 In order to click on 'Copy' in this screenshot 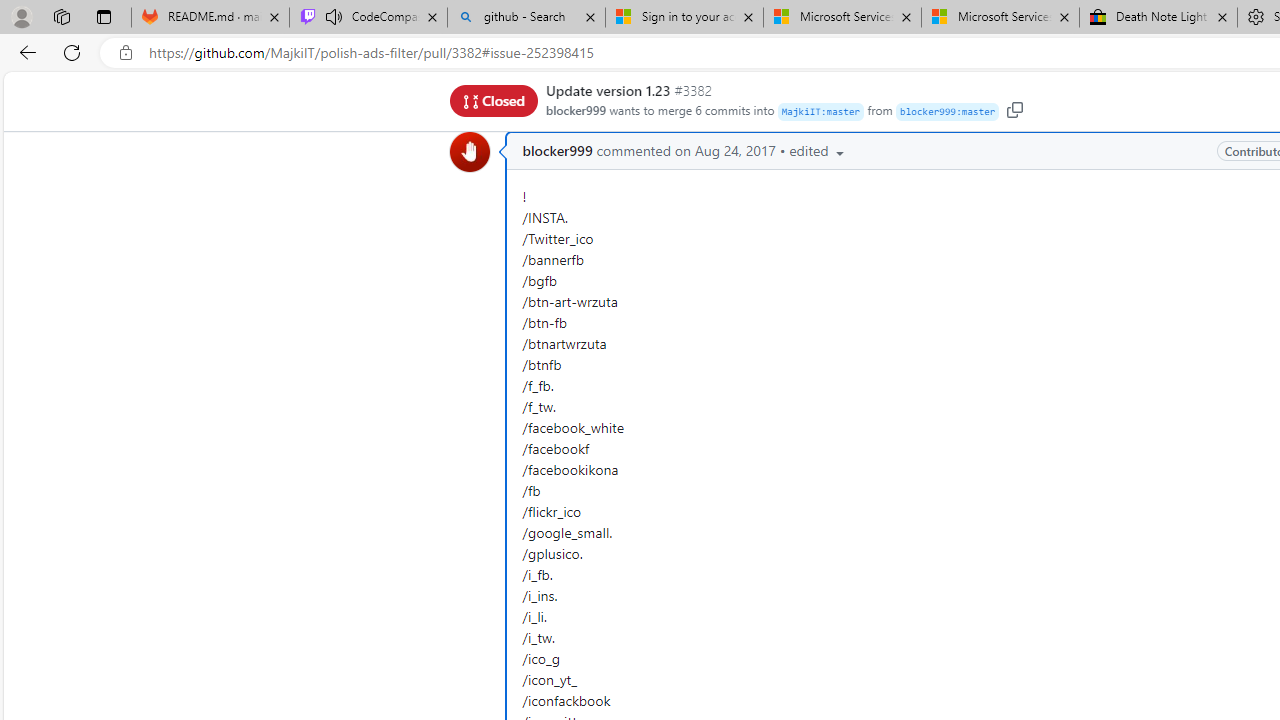, I will do `click(1014, 109)`.